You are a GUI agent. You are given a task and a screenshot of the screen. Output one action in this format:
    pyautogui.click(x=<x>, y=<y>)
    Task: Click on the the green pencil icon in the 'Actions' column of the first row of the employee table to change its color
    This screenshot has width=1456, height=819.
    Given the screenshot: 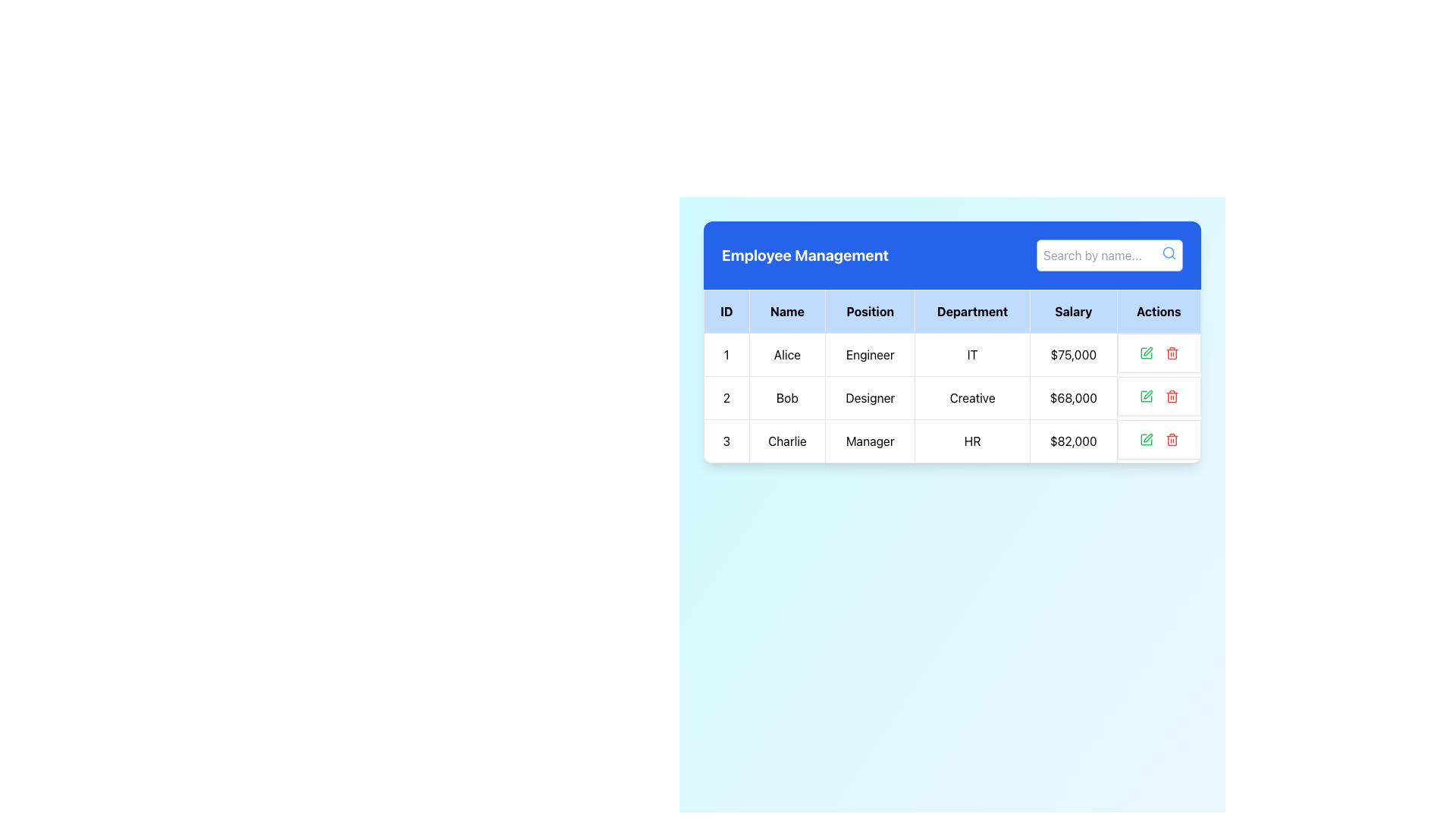 What is the action you would take?
    pyautogui.click(x=1146, y=439)
    